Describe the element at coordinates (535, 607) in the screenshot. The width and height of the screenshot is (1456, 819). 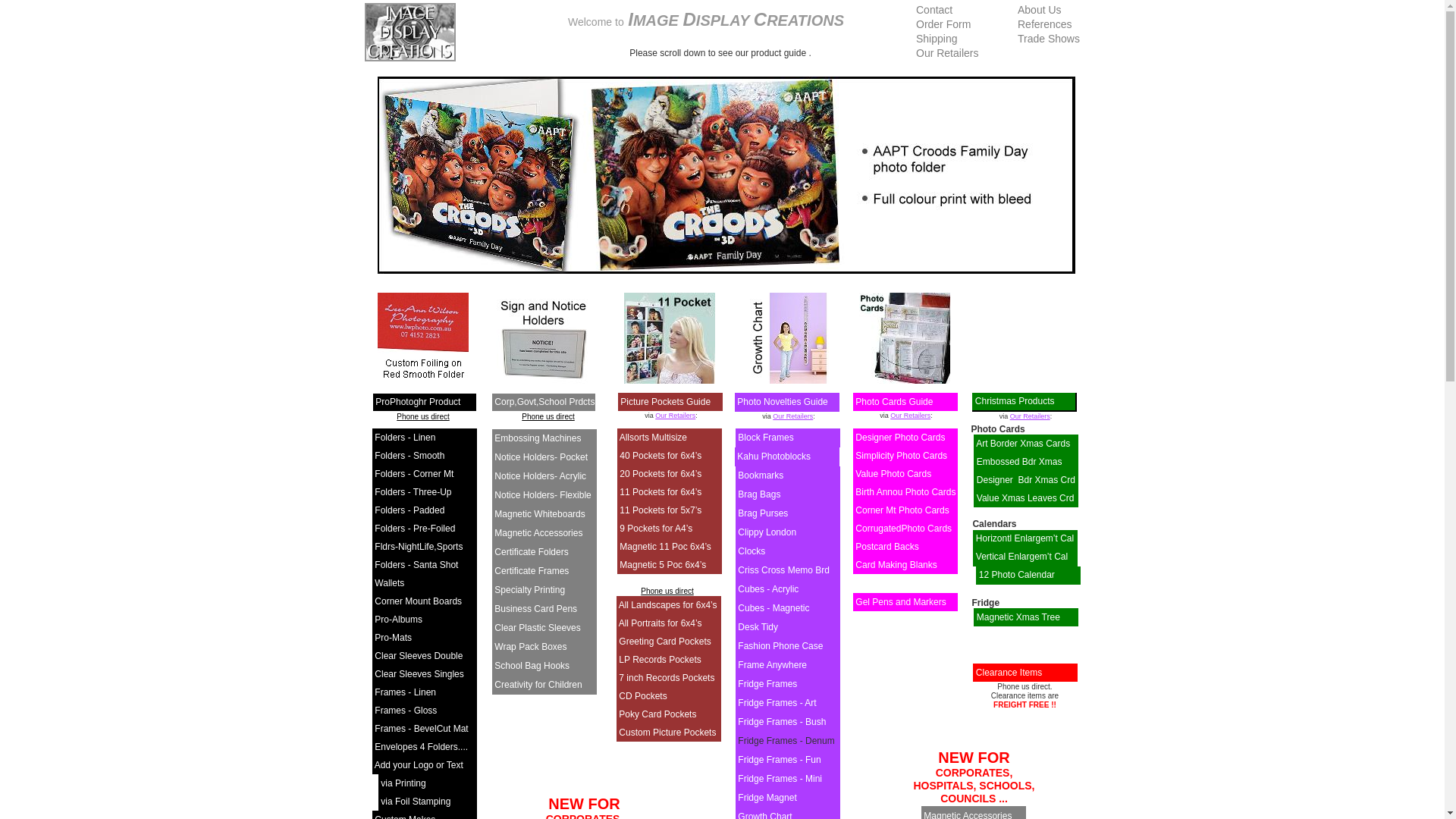
I see `'Business Card Pens'` at that location.